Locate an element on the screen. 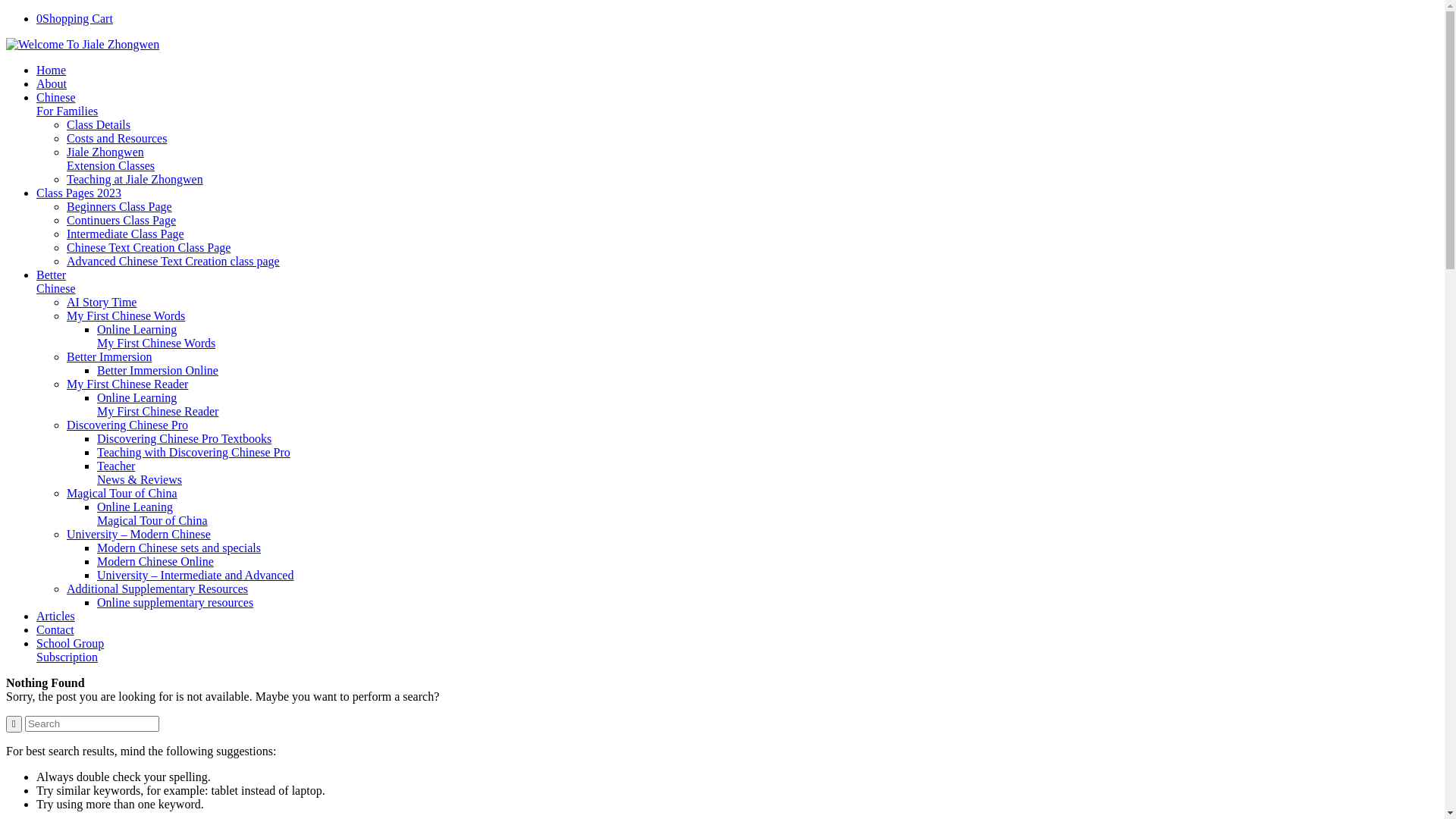  'Beginners Class Page' is located at coordinates (65, 206).